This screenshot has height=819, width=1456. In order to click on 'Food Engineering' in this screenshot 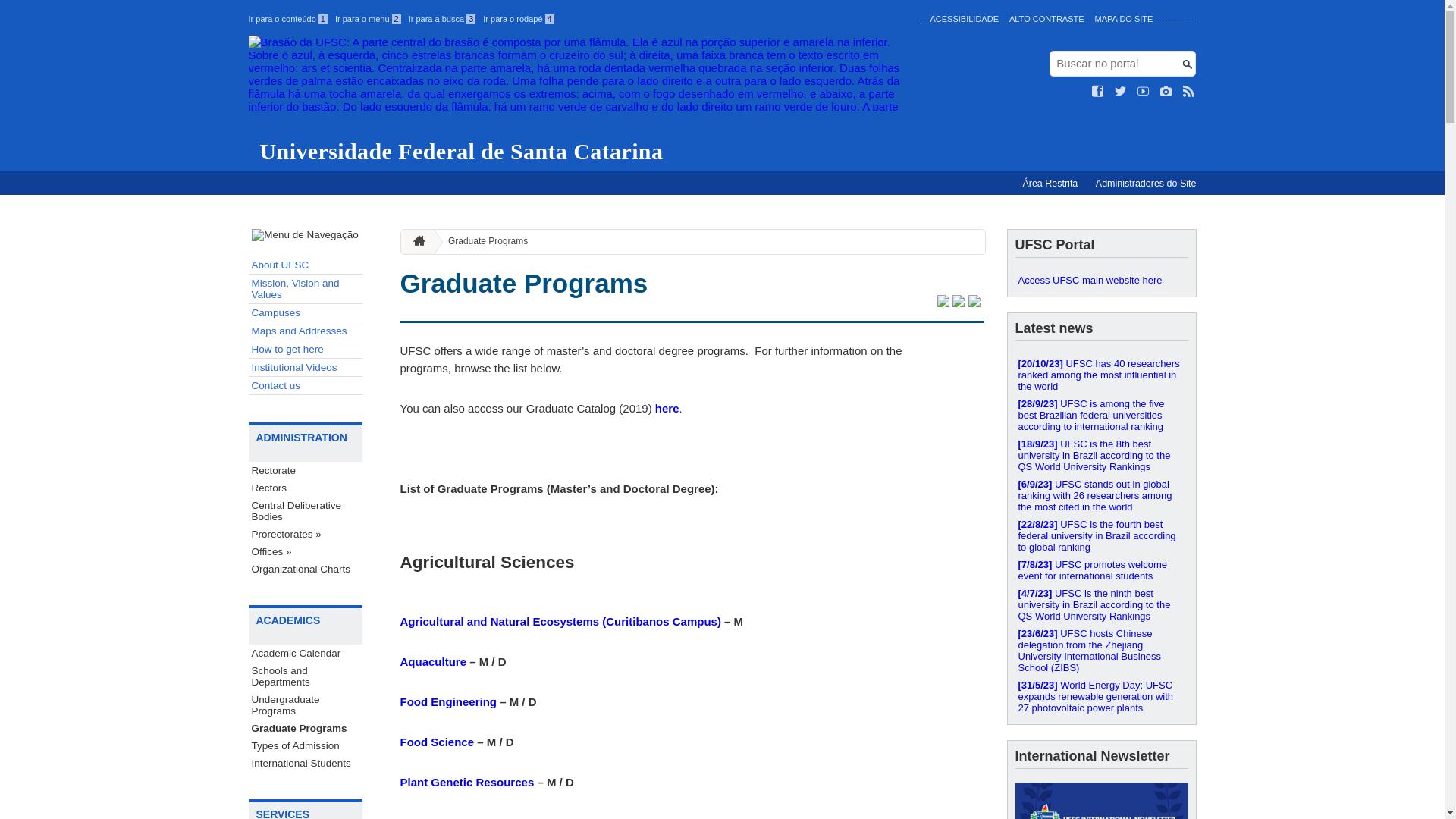, I will do `click(447, 701)`.